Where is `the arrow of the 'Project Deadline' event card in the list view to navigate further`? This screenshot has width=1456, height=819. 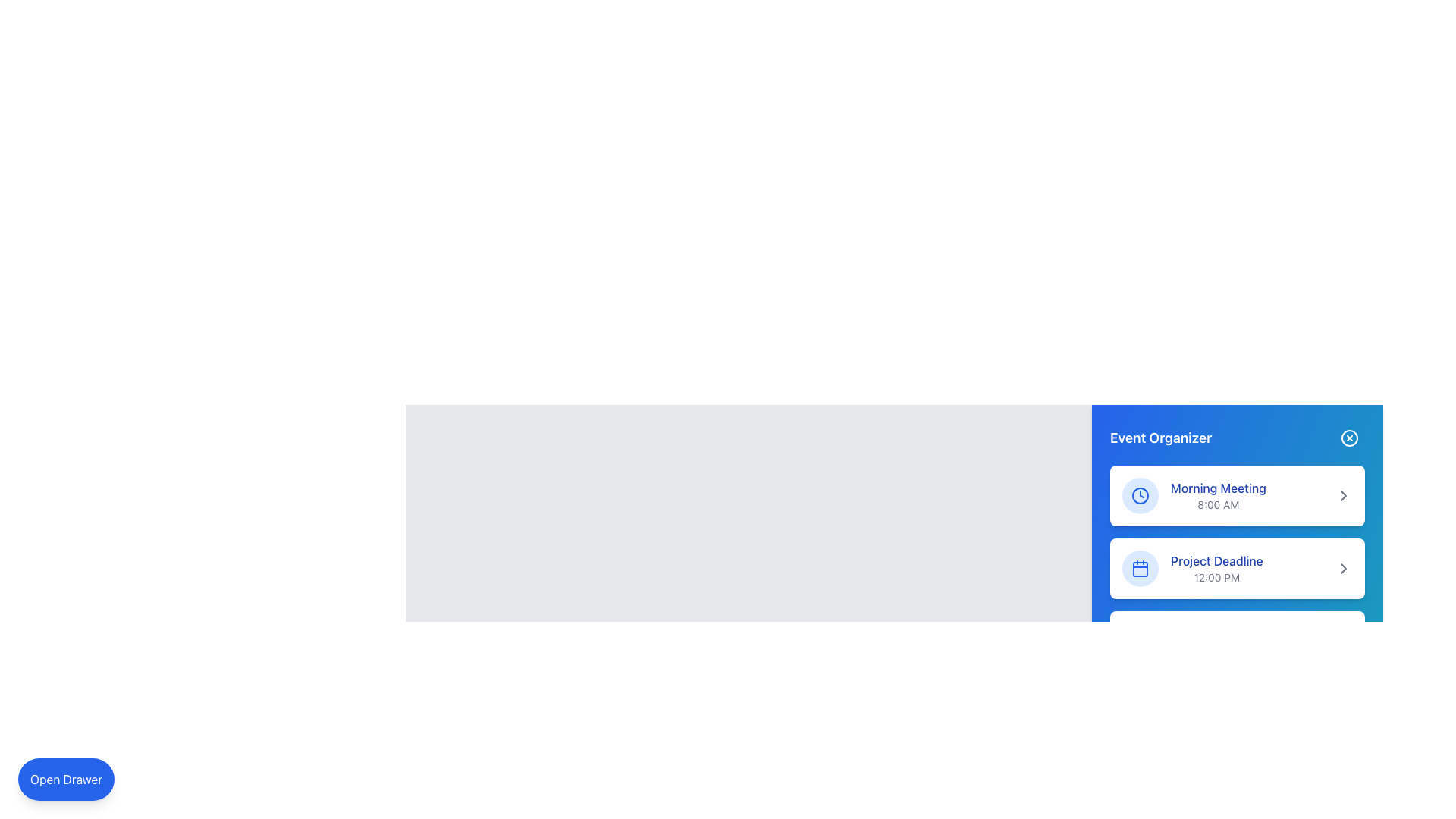 the arrow of the 'Project Deadline' event card in the list view to navigate further is located at coordinates (1238, 568).